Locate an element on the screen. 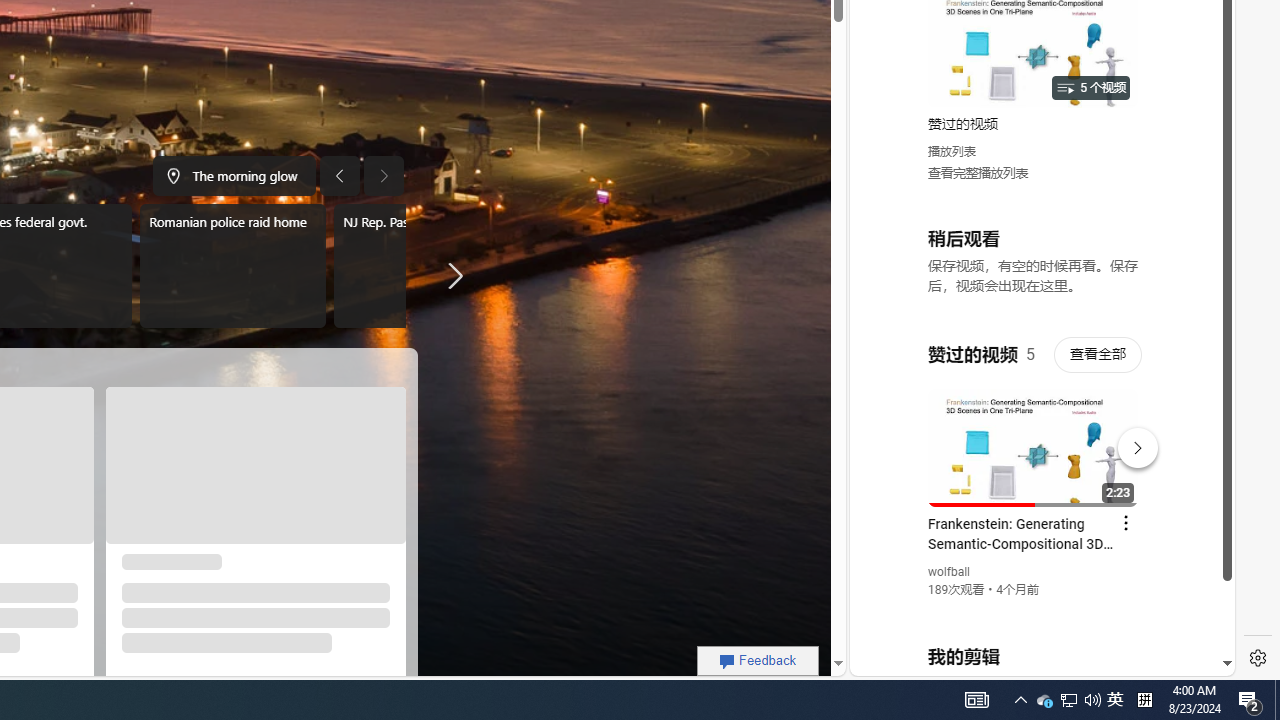  'Romanian police raid home' is located at coordinates (232, 265).